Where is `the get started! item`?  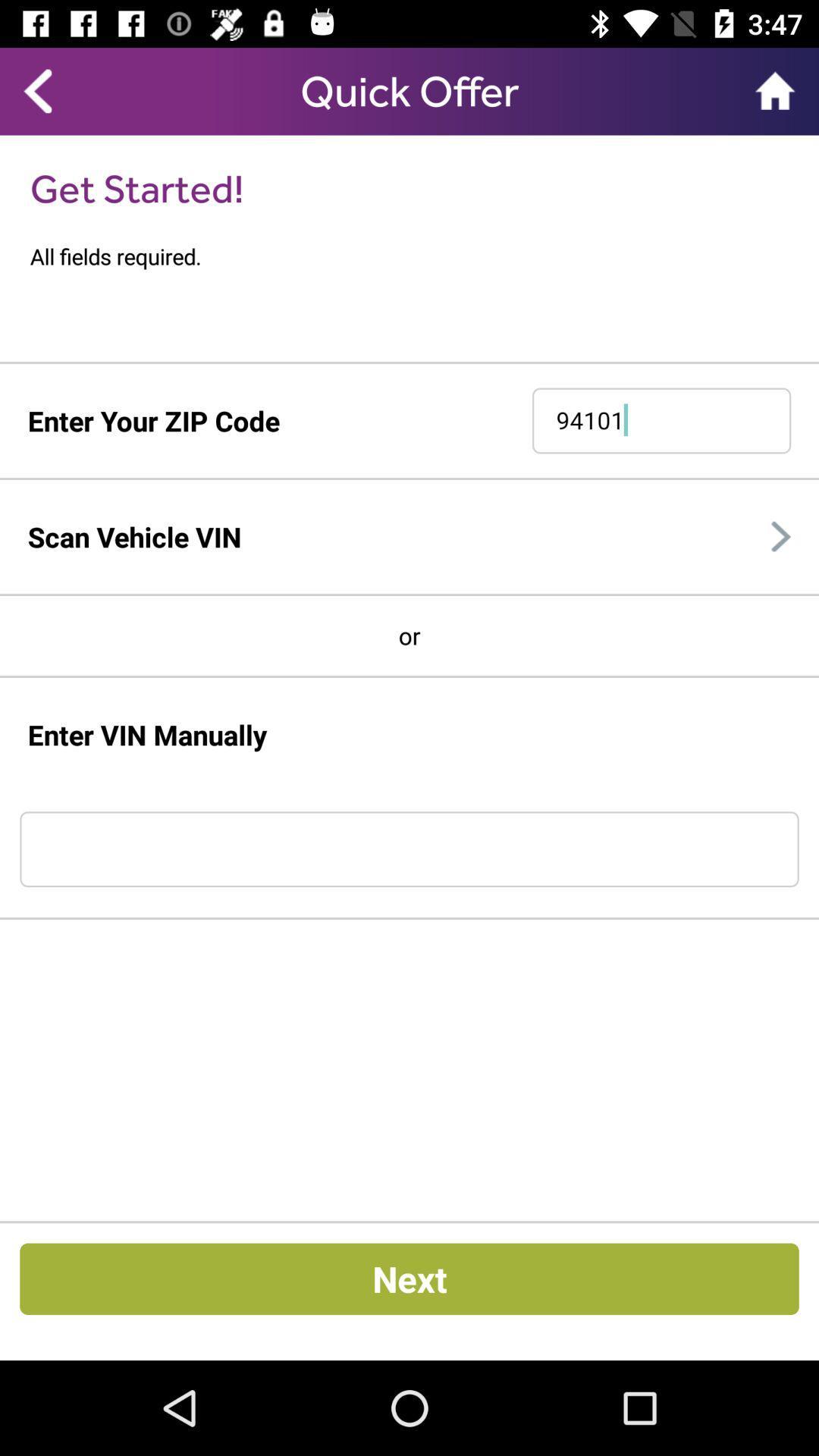
the get started! item is located at coordinates (136, 187).